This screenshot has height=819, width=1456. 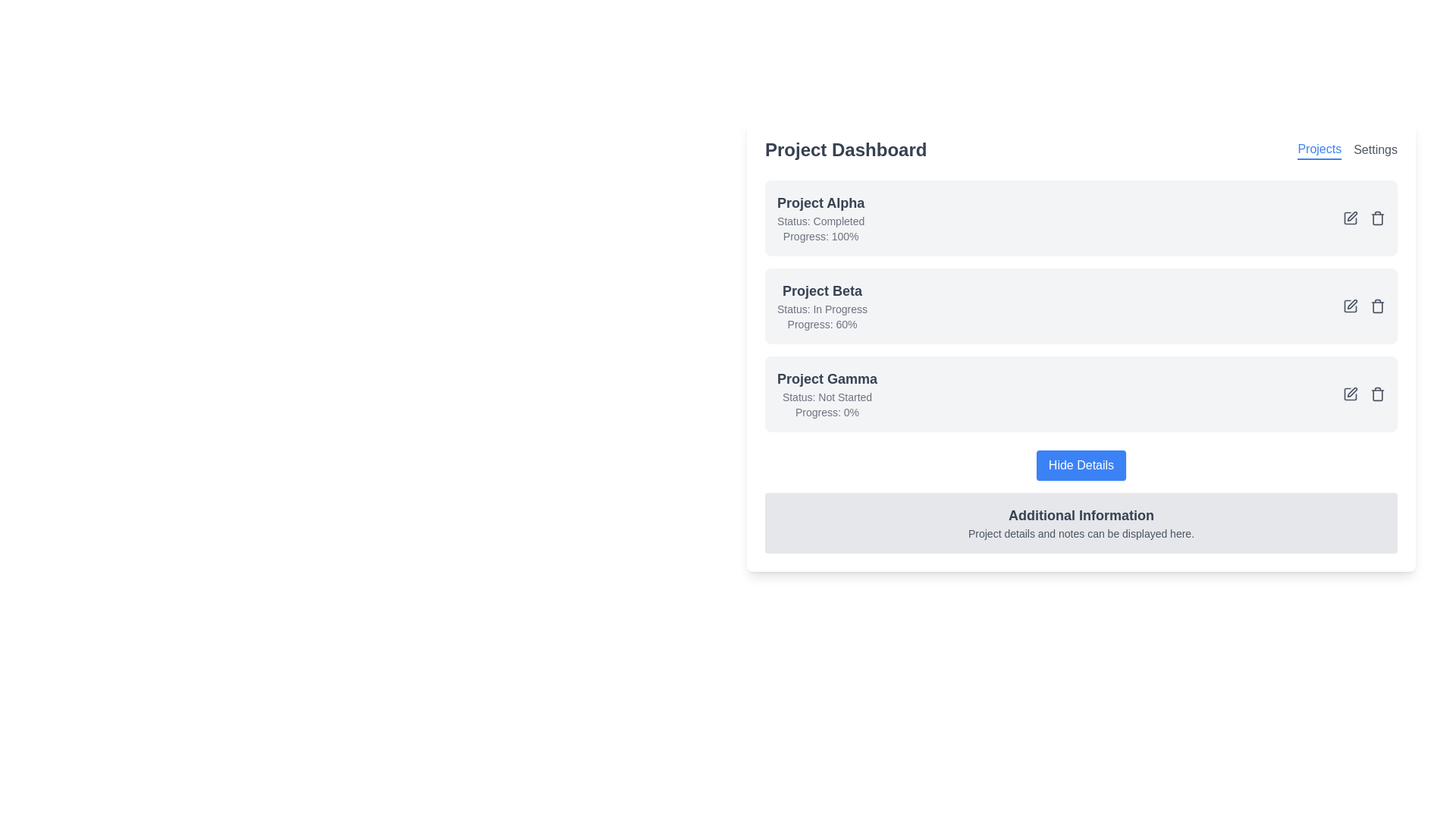 I want to click on the text label displaying 'Status: Not Started' located in the 'Project Gamma' section of the 'Project Dashboard', so click(x=826, y=397).